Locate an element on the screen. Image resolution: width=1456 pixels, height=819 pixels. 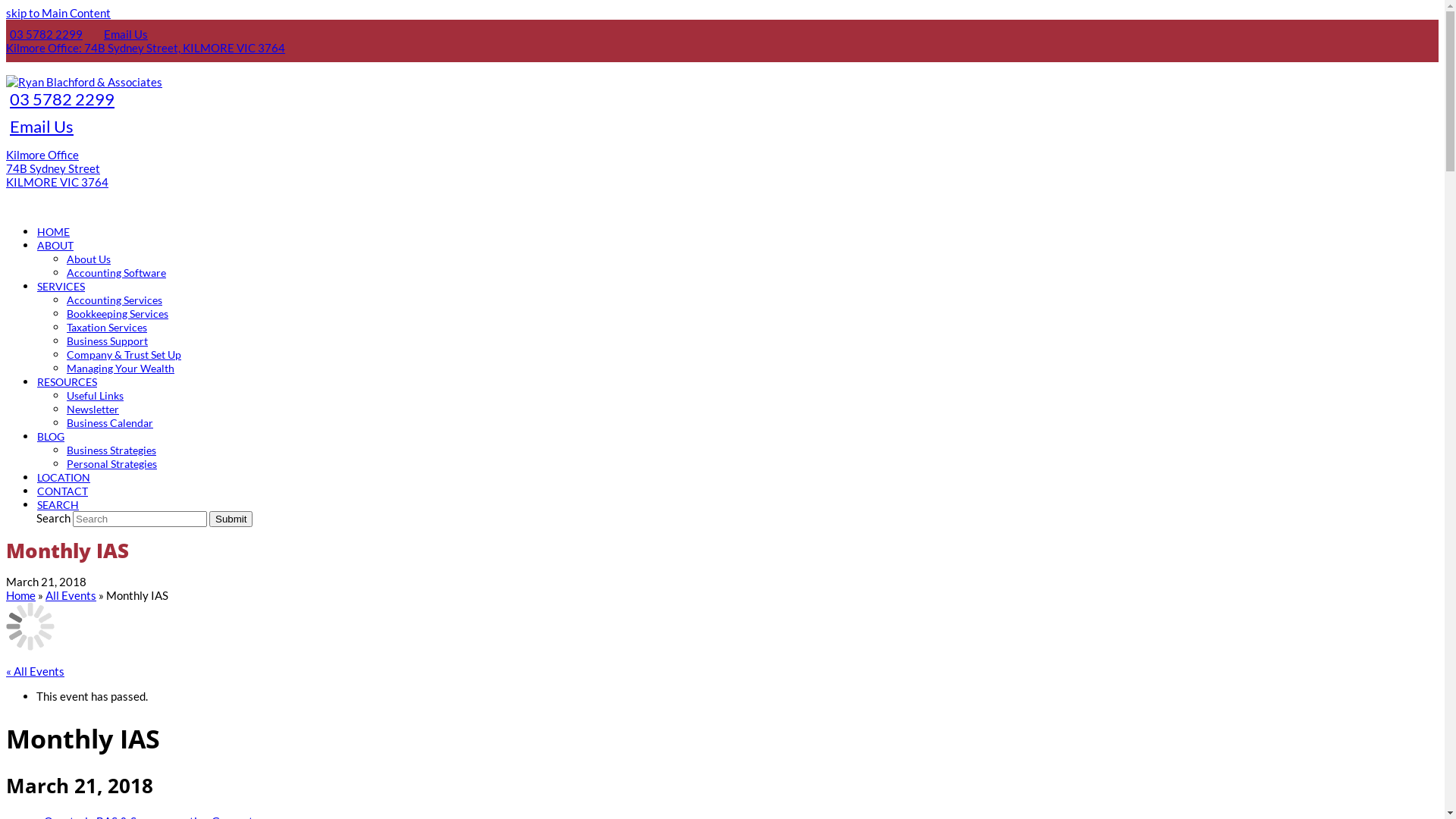
'03 5782 2299' is located at coordinates (44, 34).